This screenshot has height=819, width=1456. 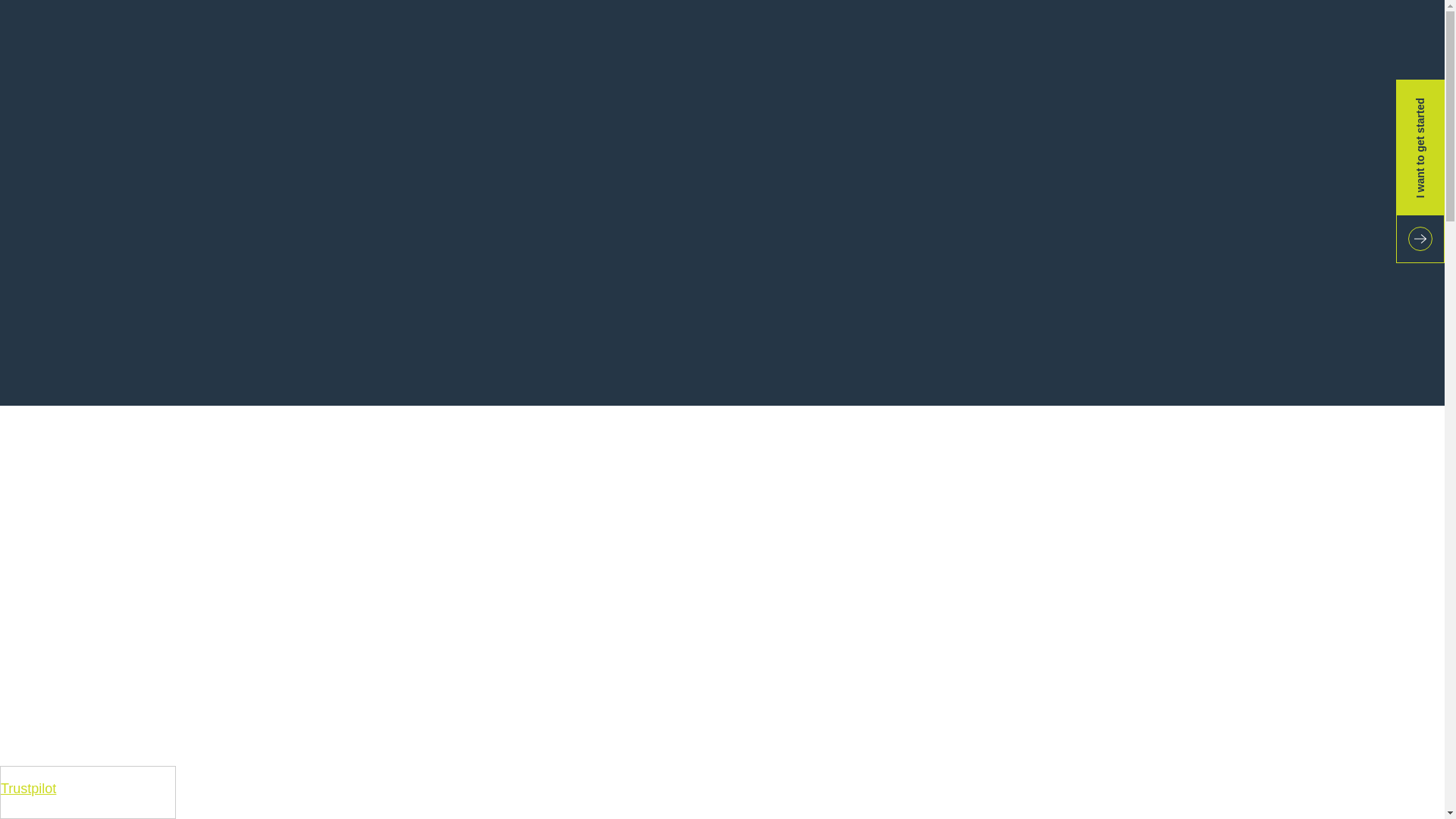 I want to click on 'Trustpilot', so click(x=0, y=788).